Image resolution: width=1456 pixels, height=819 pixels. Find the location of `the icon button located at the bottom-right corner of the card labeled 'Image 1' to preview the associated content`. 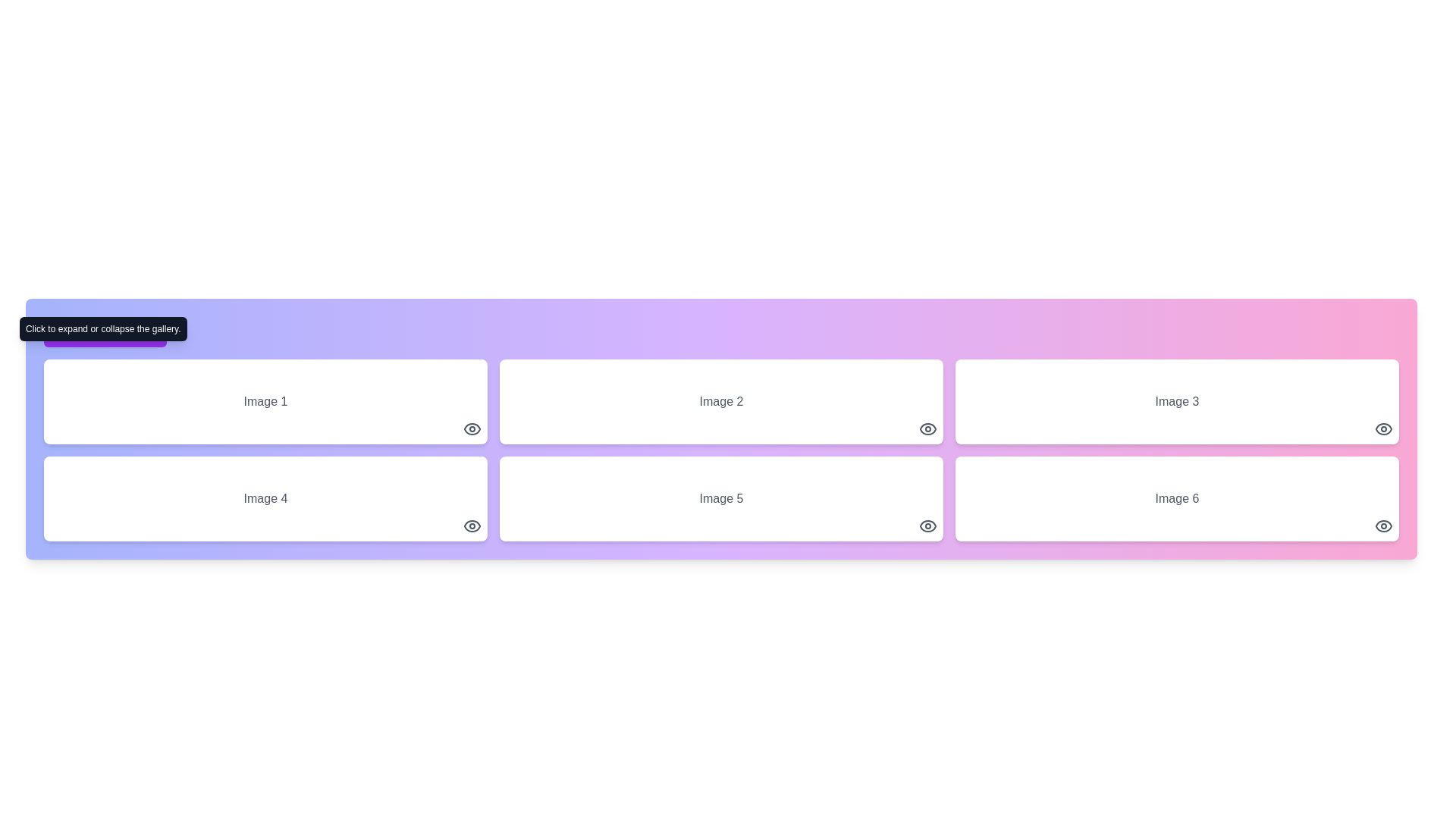

the icon button located at the bottom-right corner of the card labeled 'Image 1' to preview the associated content is located at coordinates (472, 429).